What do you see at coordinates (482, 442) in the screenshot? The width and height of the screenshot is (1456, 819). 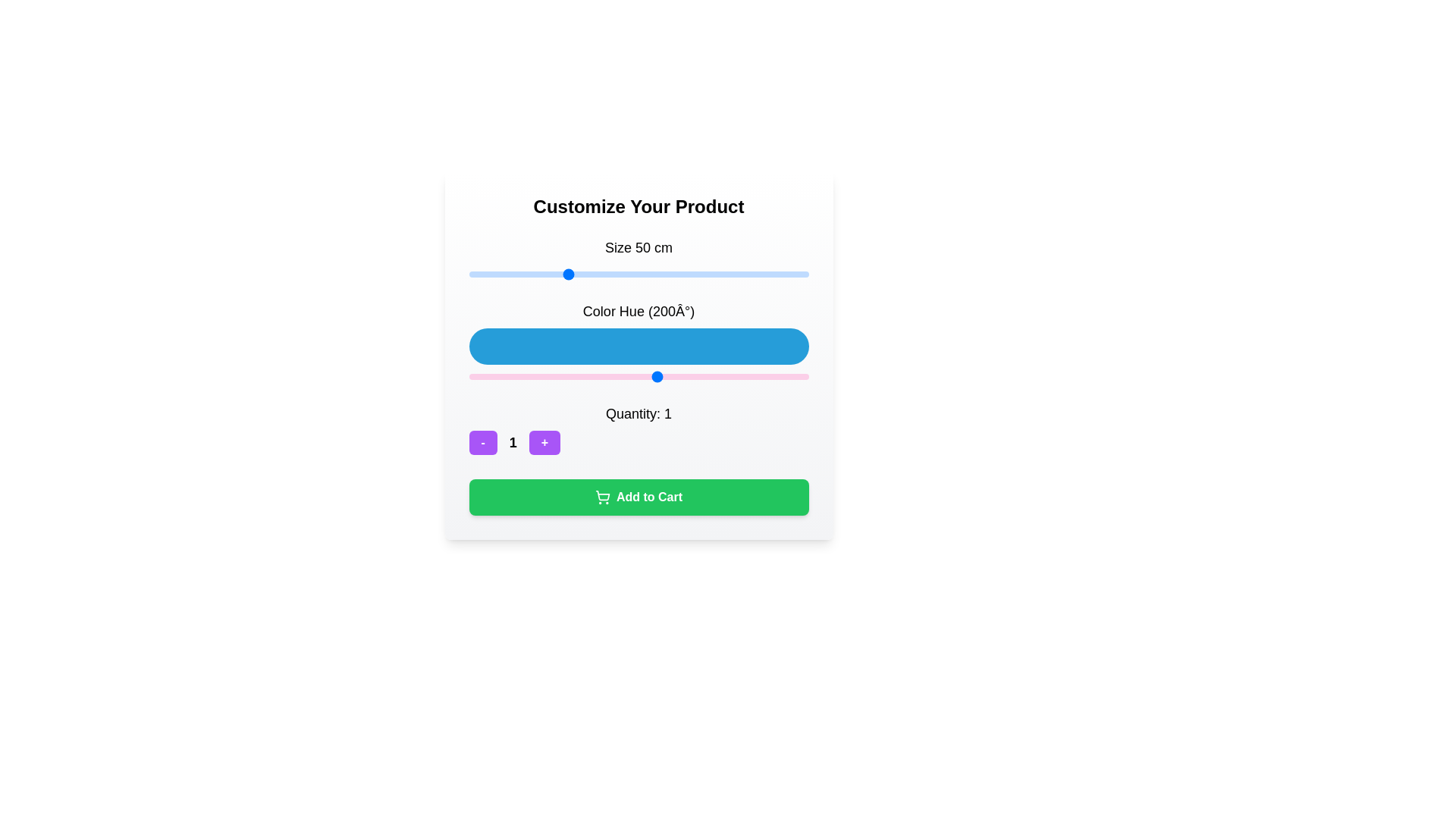 I see `the button displaying the text '-' to trigger the visual hover effect` at bounding box center [482, 442].